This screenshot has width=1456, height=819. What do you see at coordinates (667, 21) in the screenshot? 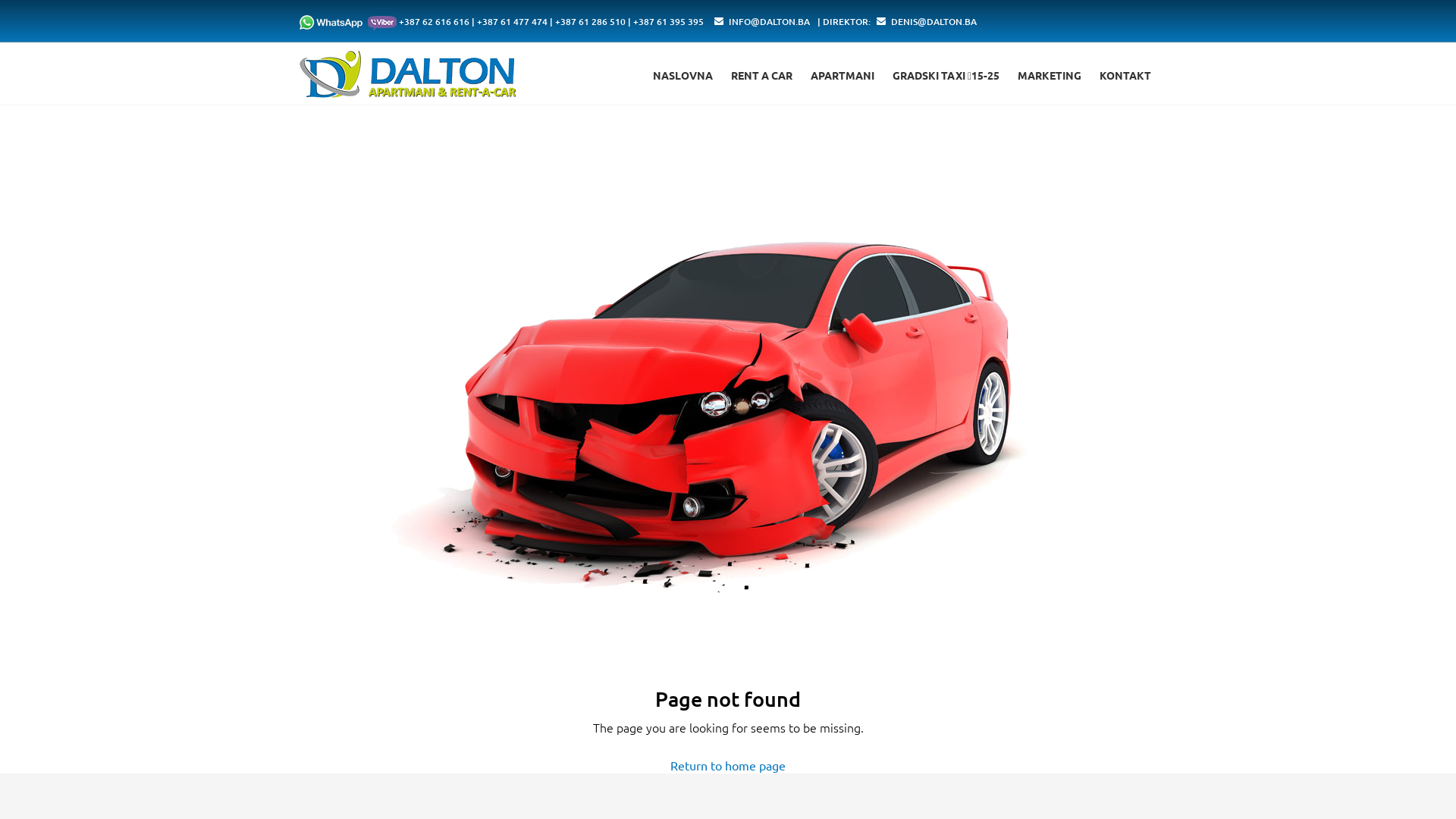
I see `'+387 61 395 395'` at bounding box center [667, 21].